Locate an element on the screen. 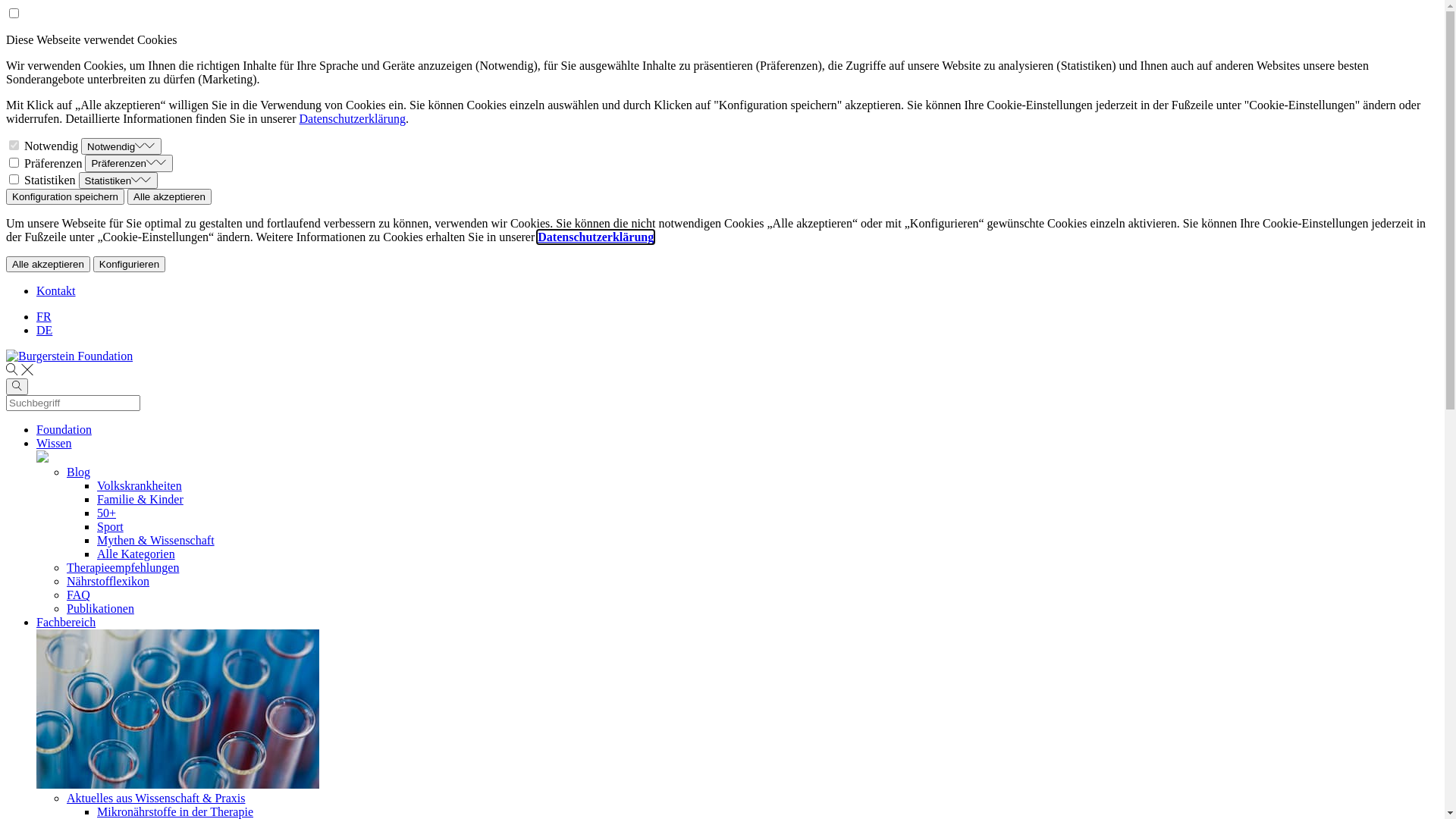 The width and height of the screenshot is (1456, 819). 'Mythen & Wissenschaft' is located at coordinates (96, 539).